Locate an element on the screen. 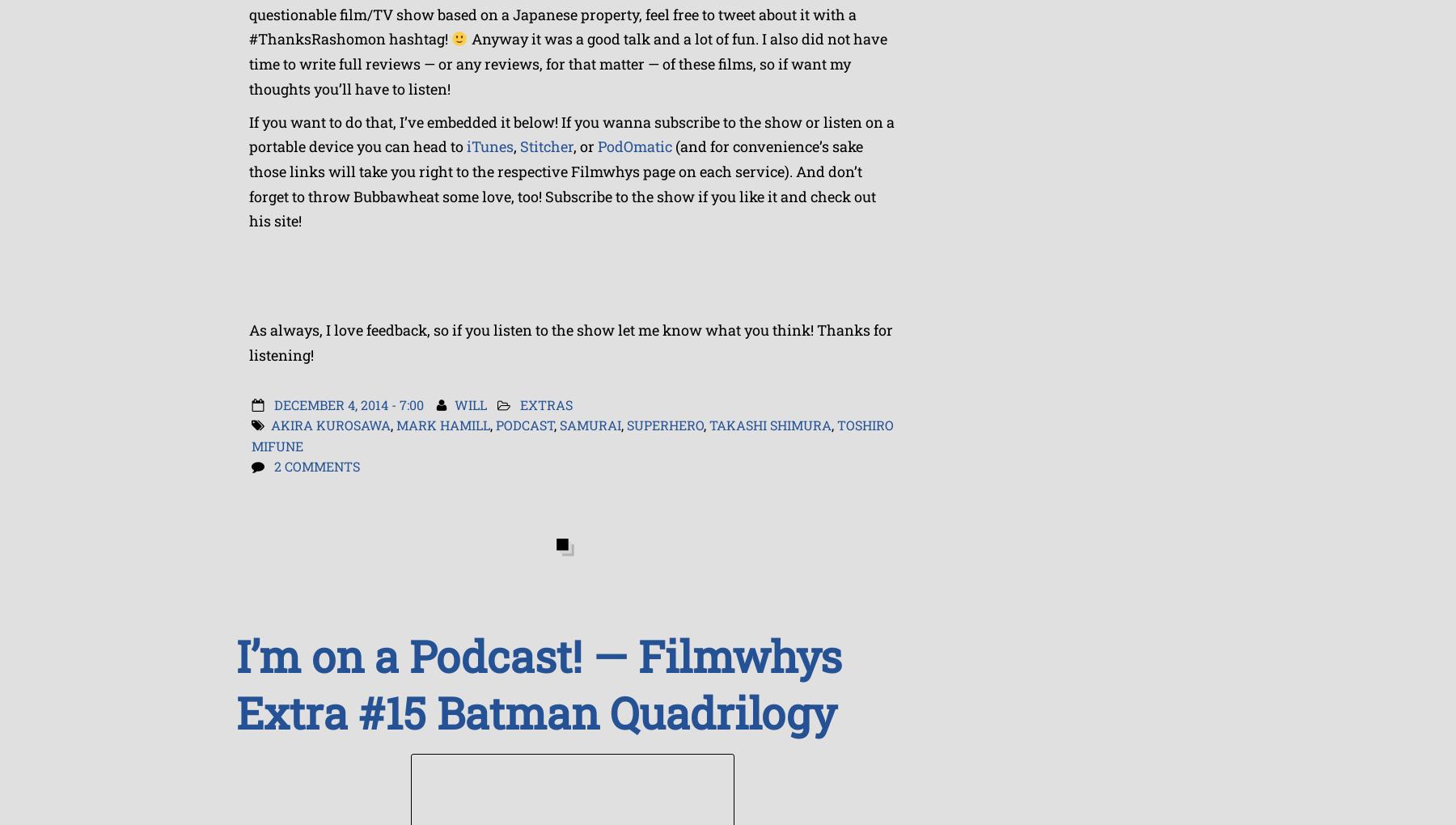 The height and width of the screenshot is (825, 1456). 'If you want to do that, I’ve embedded it below! If you wanna subscribe to the show or listen on a portable device you can head to' is located at coordinates (571, 133).